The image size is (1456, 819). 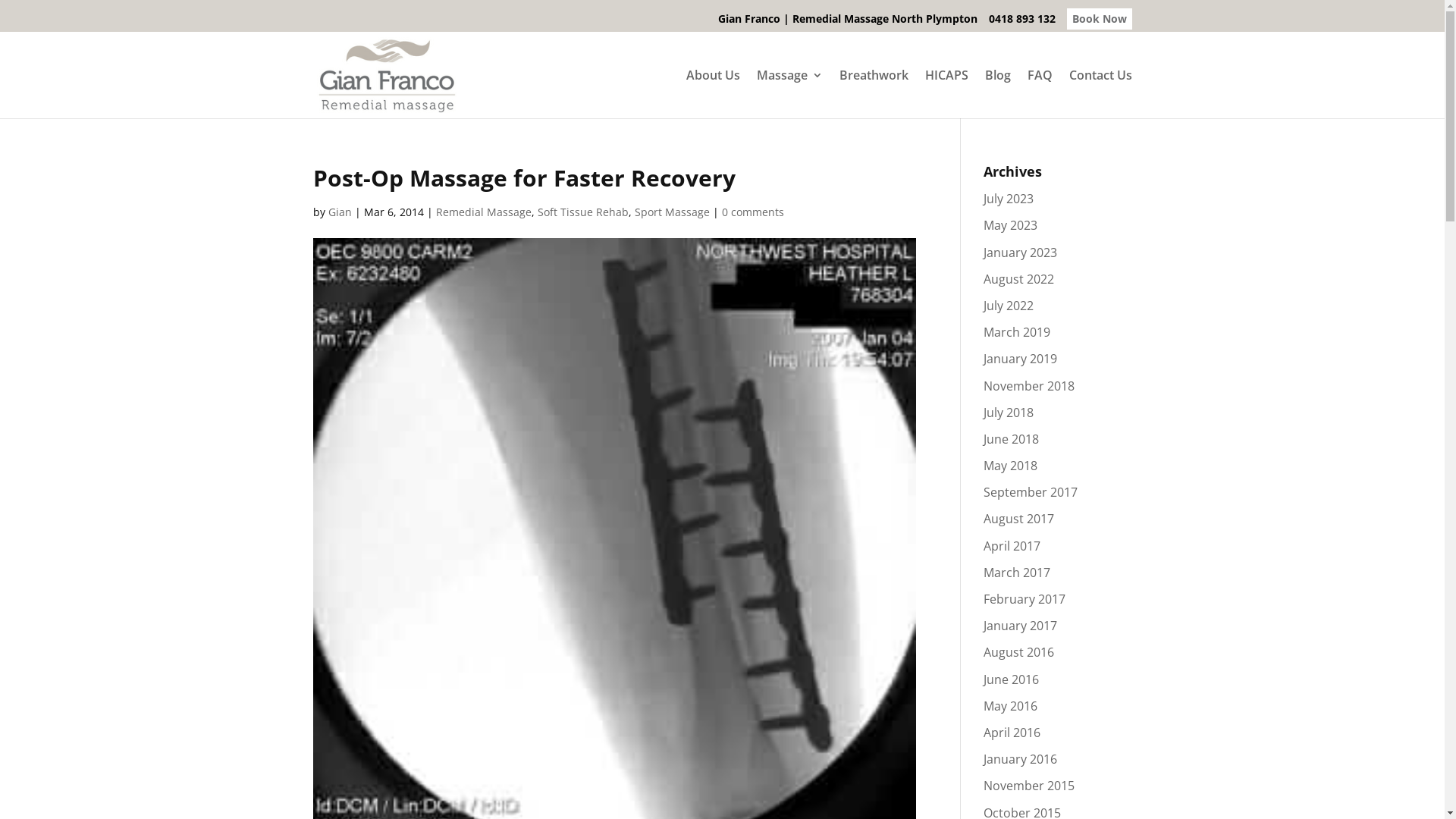 I want to click on 'March 2019', so click(x=1016, y=331).